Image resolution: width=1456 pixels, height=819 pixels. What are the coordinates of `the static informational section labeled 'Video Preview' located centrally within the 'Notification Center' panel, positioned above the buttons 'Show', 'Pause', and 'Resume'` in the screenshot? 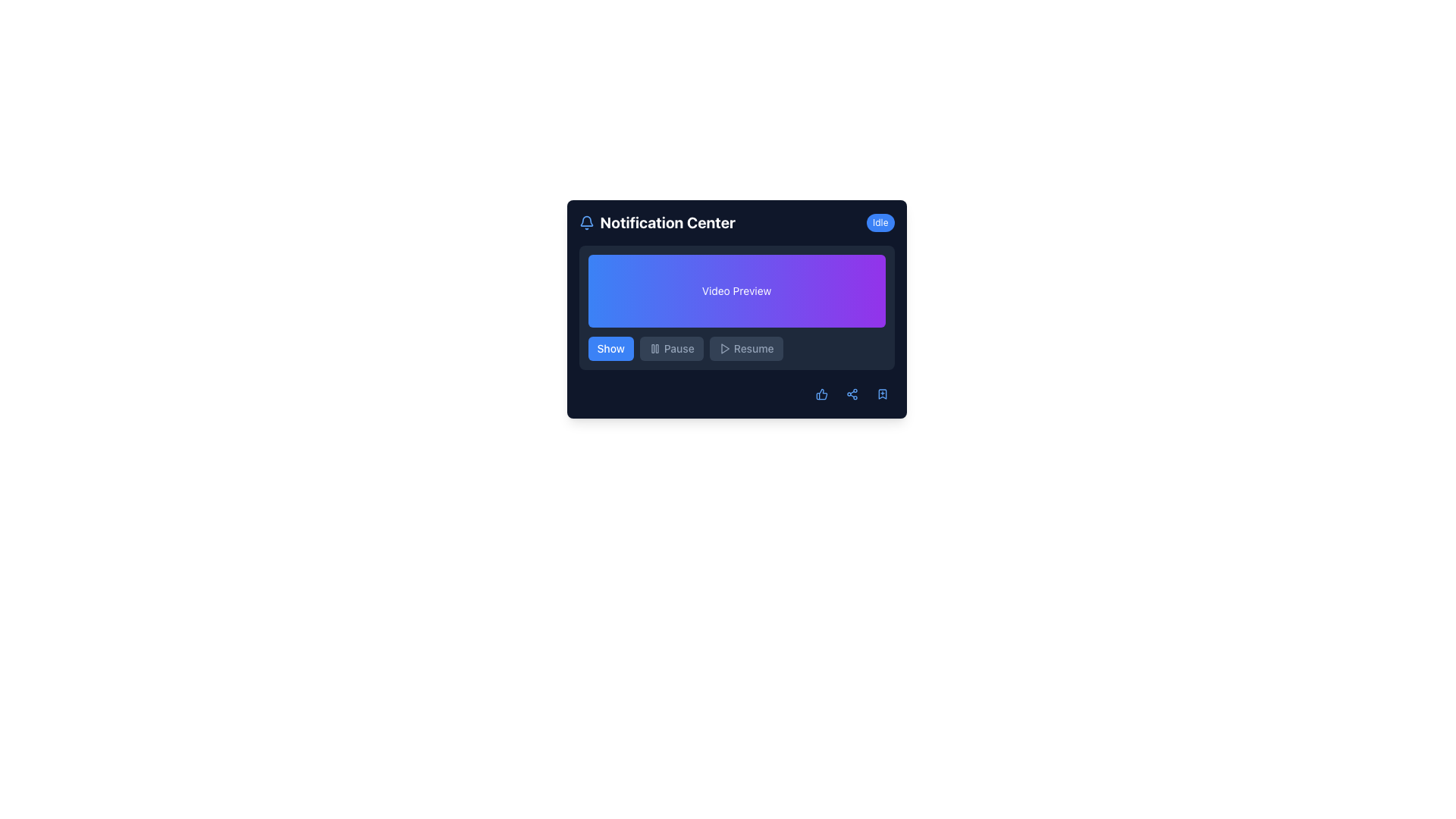 It's located at (736, 291).